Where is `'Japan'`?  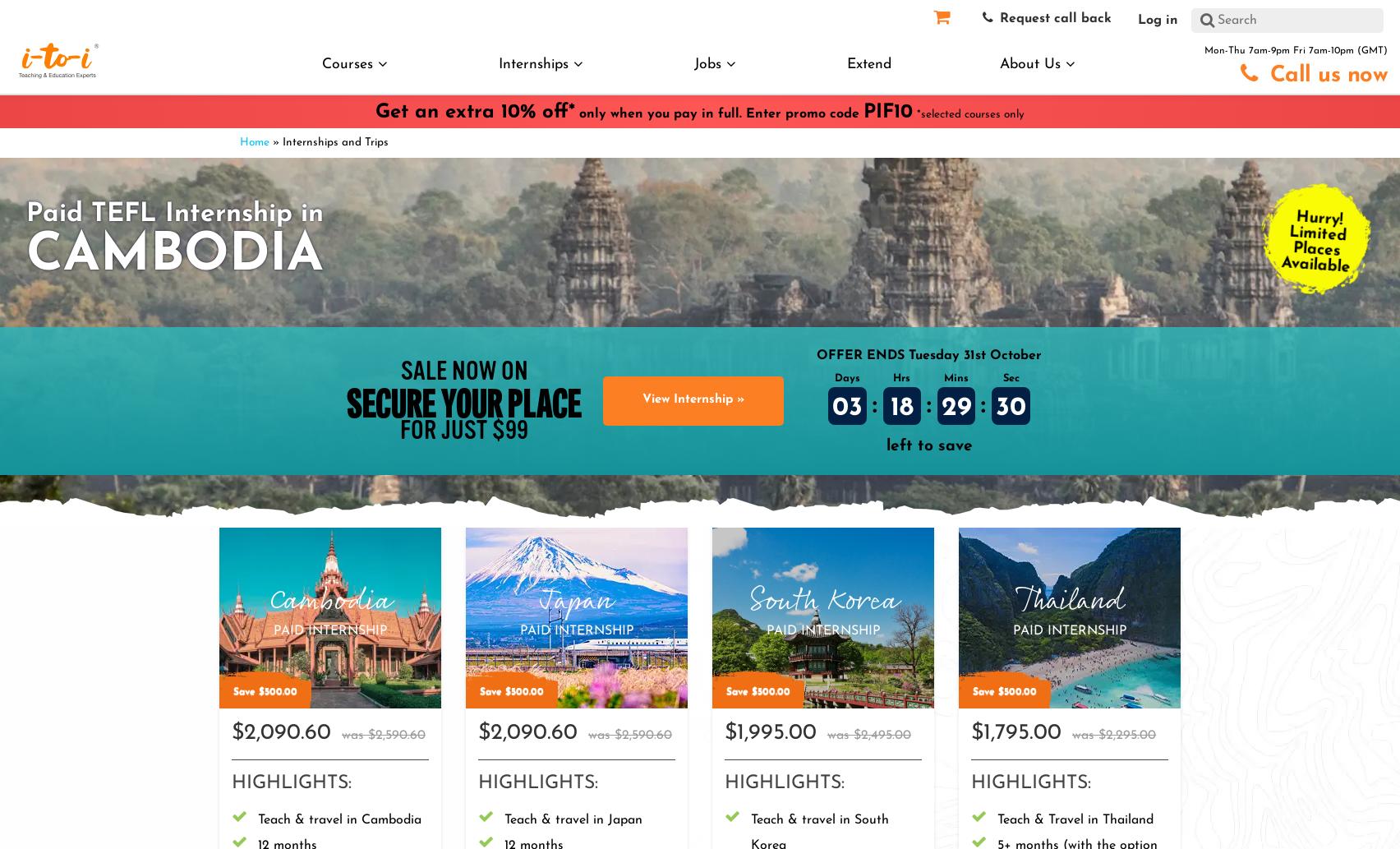
'Japan' is located at coordinates (576, 601).